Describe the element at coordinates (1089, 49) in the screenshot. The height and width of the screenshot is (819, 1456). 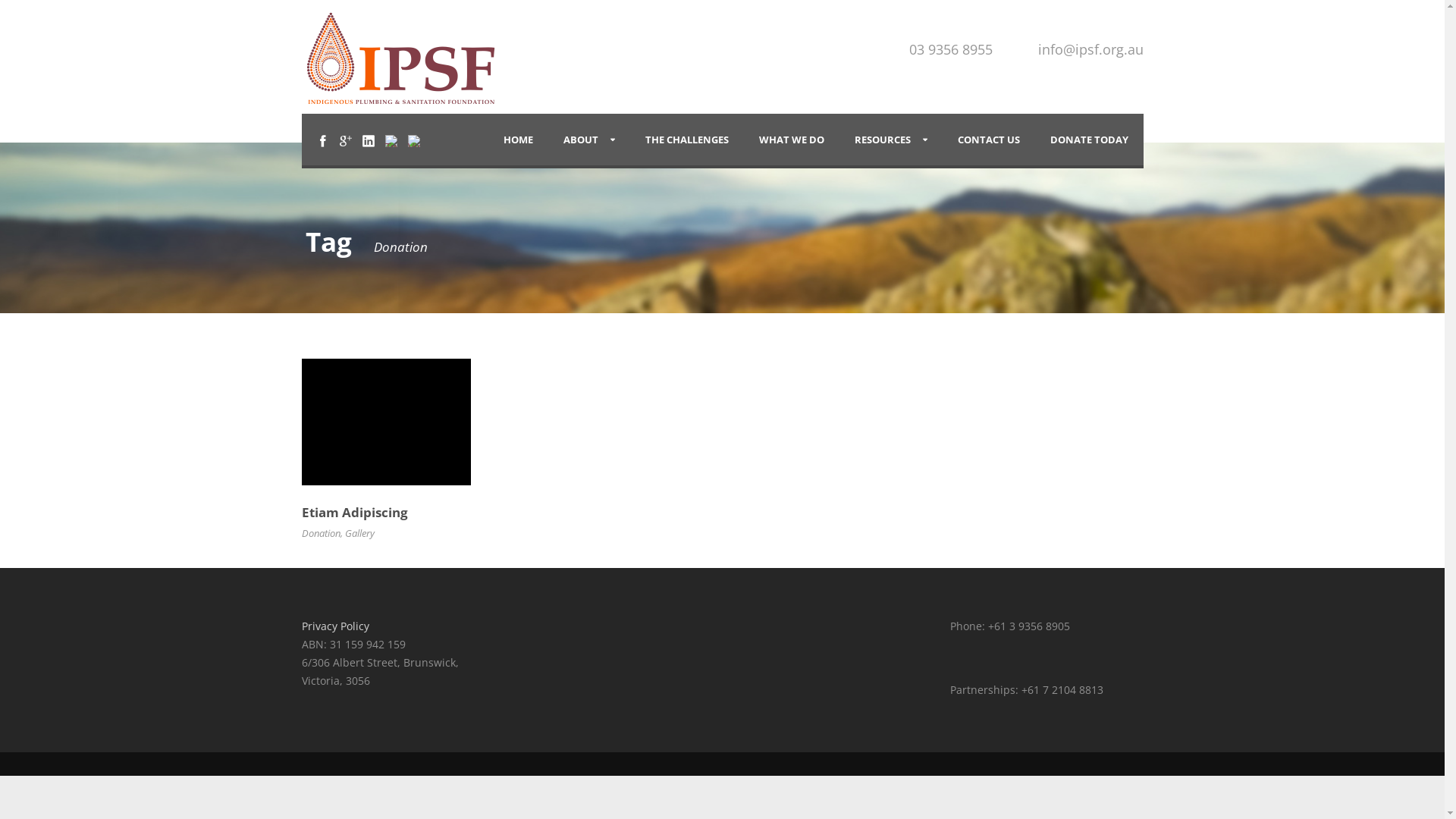
I see `'info@ipsf.org.au'` at that location.